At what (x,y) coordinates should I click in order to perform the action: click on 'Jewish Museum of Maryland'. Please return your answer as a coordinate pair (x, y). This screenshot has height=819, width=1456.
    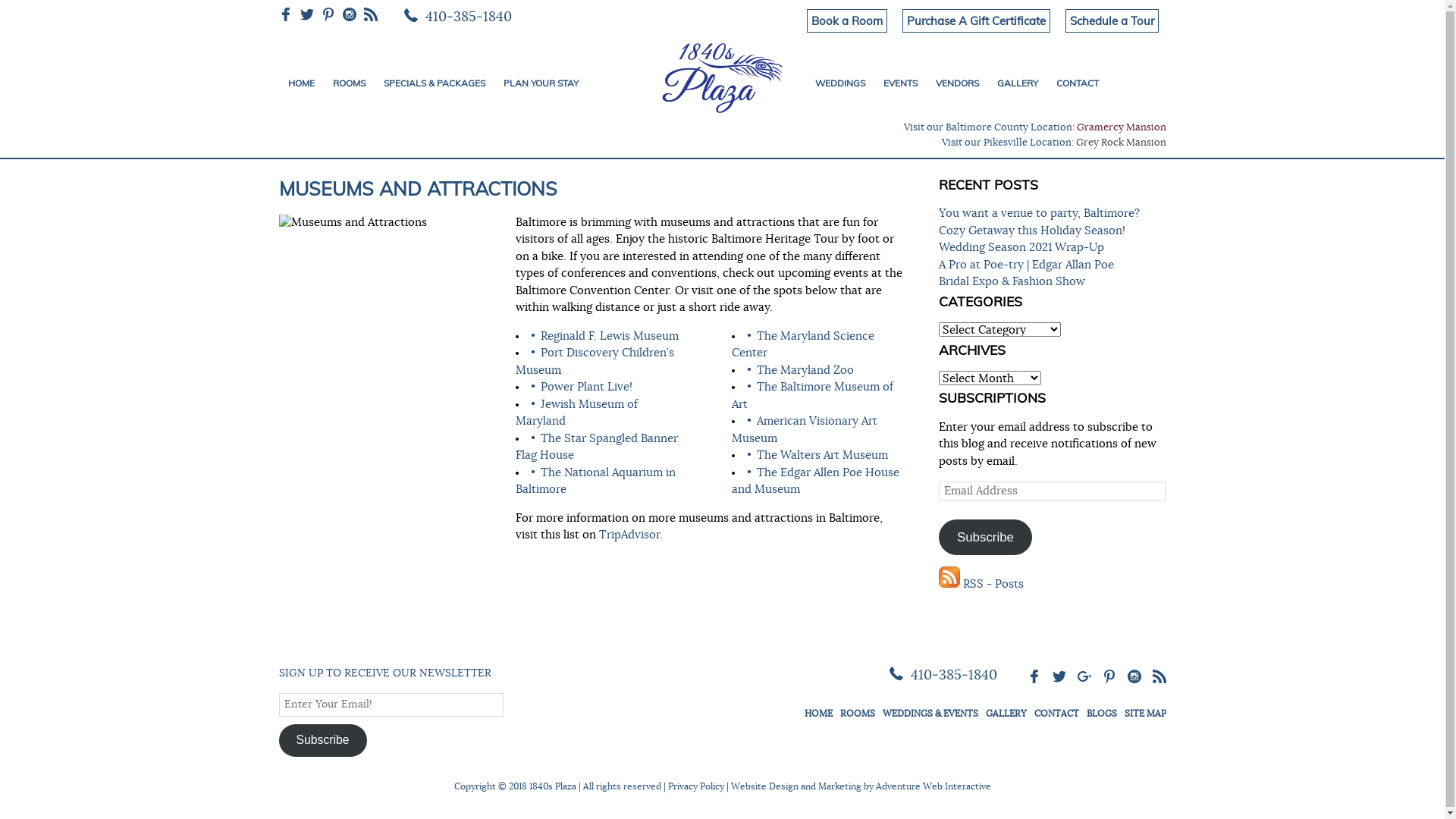
    Looking at the image, I should click on (576, 413).